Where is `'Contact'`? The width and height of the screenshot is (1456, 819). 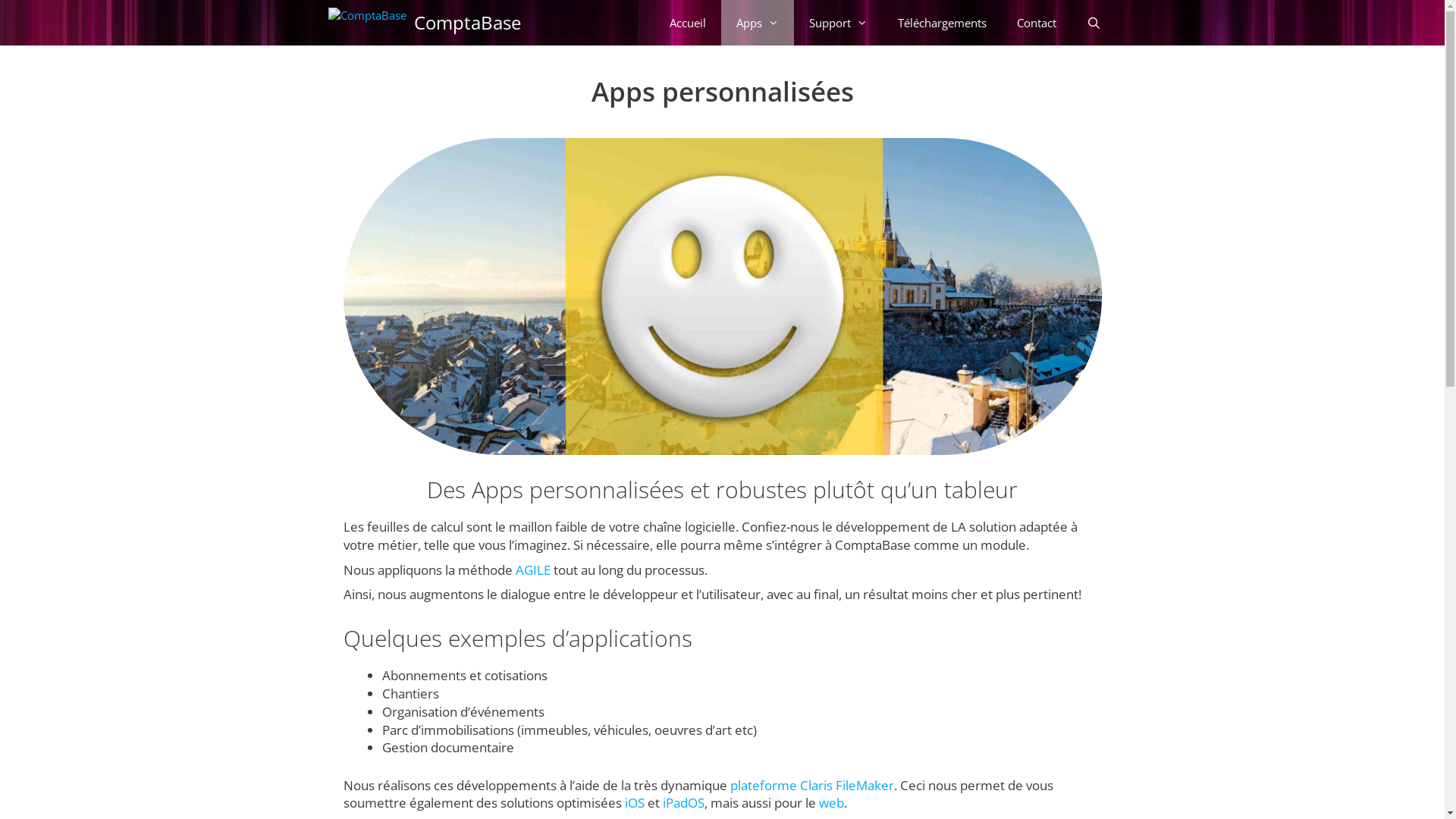 'Contact' is located at coordinates (1036, 23).